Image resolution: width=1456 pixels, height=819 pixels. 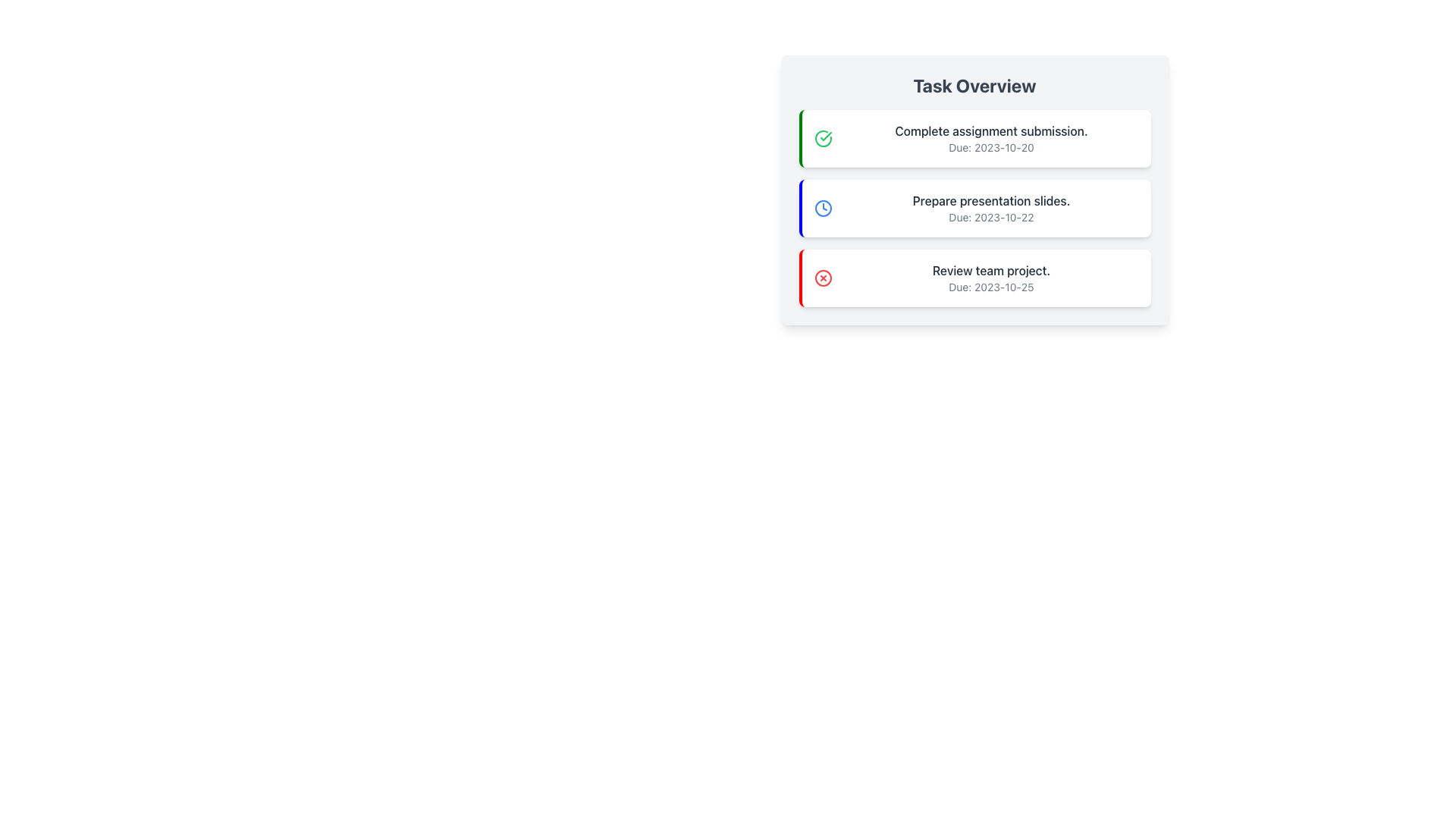 What do you see at coordinates (991, 148) in the screenshot?
I see `the static text label displaying 'Due: 2023-10-20' located below the 'Complete assignment submission.' text in the task card` at bounding box center [991, 148].